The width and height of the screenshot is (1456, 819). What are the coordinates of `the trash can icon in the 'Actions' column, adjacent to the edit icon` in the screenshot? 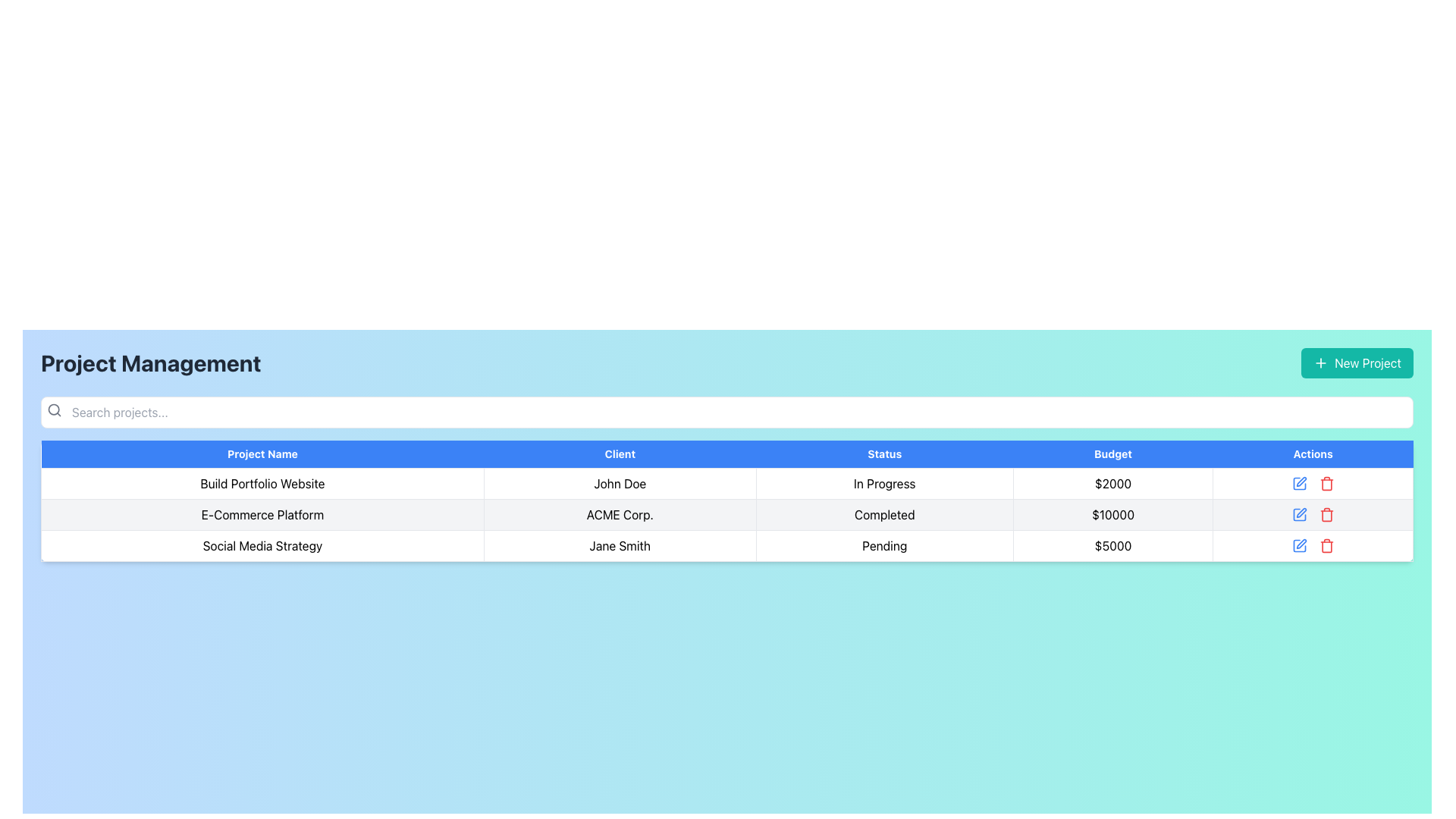 It's located at (1326, 547).